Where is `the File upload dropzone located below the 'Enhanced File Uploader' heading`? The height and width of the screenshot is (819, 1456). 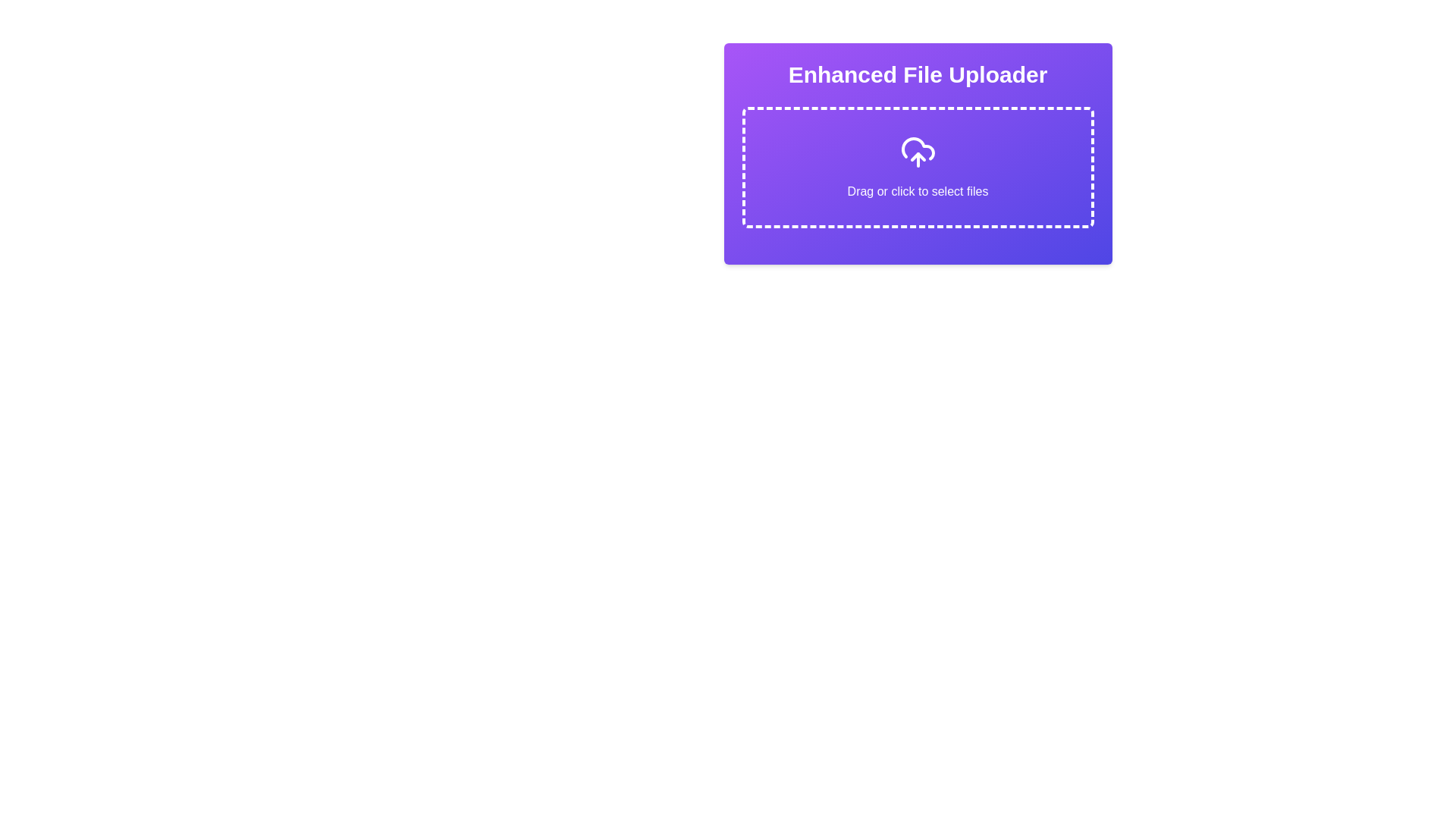
the File upload dropzone located below the 'Enhanced File Uploader' heading is located at coordinates (917, 167).